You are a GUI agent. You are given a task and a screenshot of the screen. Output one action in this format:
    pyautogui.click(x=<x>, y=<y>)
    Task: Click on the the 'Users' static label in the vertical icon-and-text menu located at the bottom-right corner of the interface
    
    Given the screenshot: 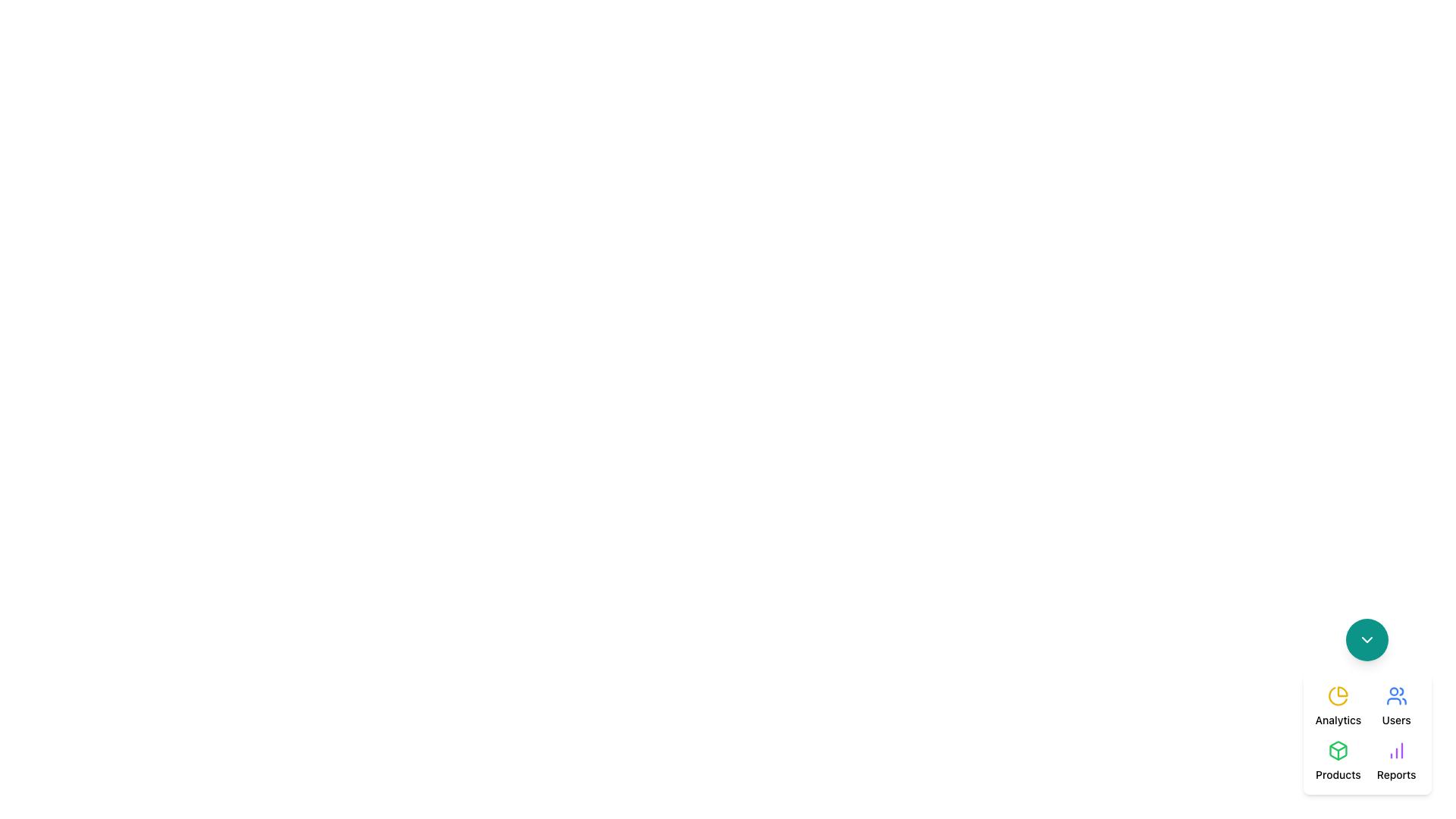 What is the action you would take?
    pyautogui.click(x=1395, y=719)
    